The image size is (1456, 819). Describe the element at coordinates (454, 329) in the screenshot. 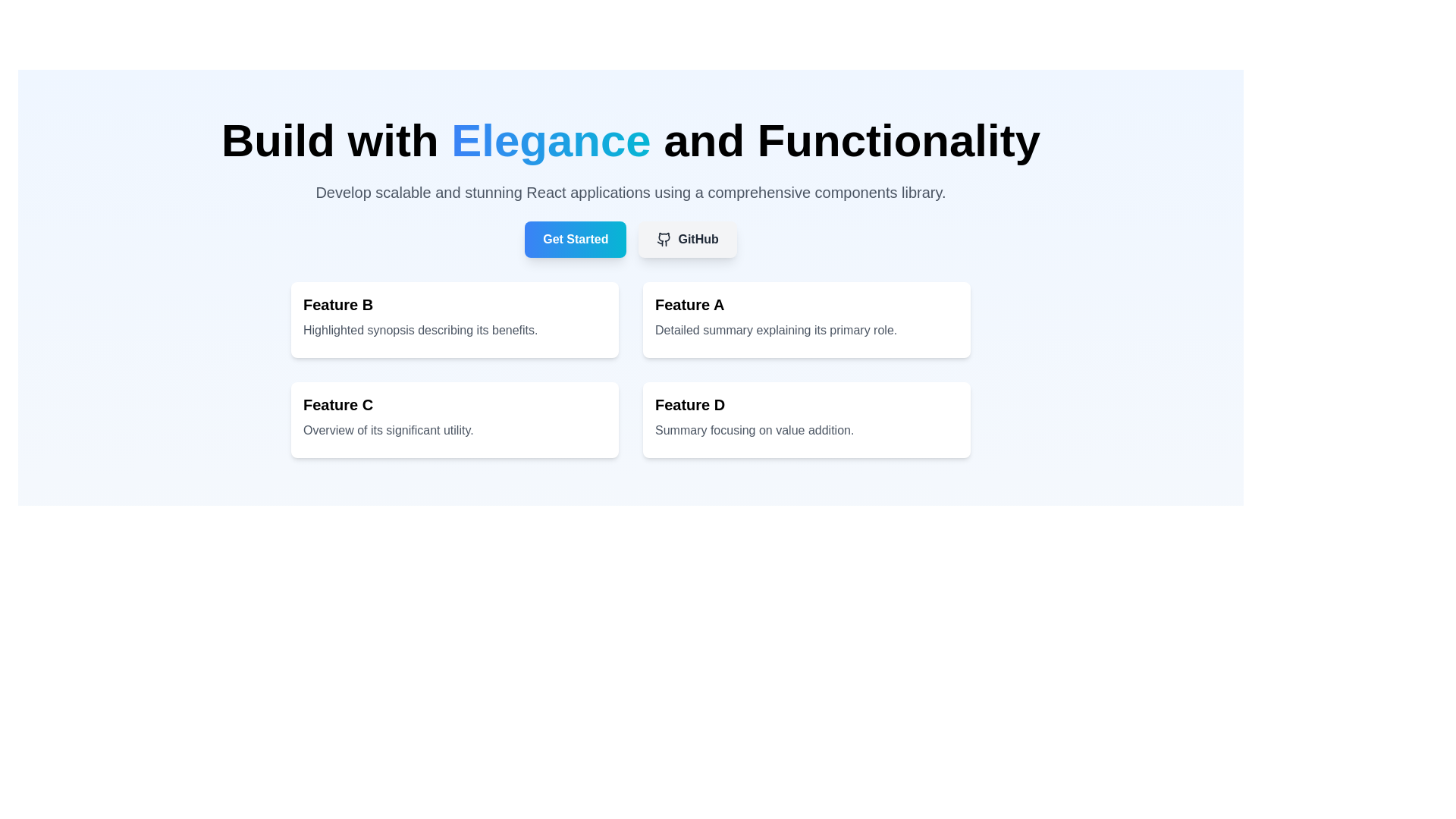

I see `text element that displays 'Highlighted synopsis describing its benefits.' which is located below the 'Feature B' title in the card component` at that location.